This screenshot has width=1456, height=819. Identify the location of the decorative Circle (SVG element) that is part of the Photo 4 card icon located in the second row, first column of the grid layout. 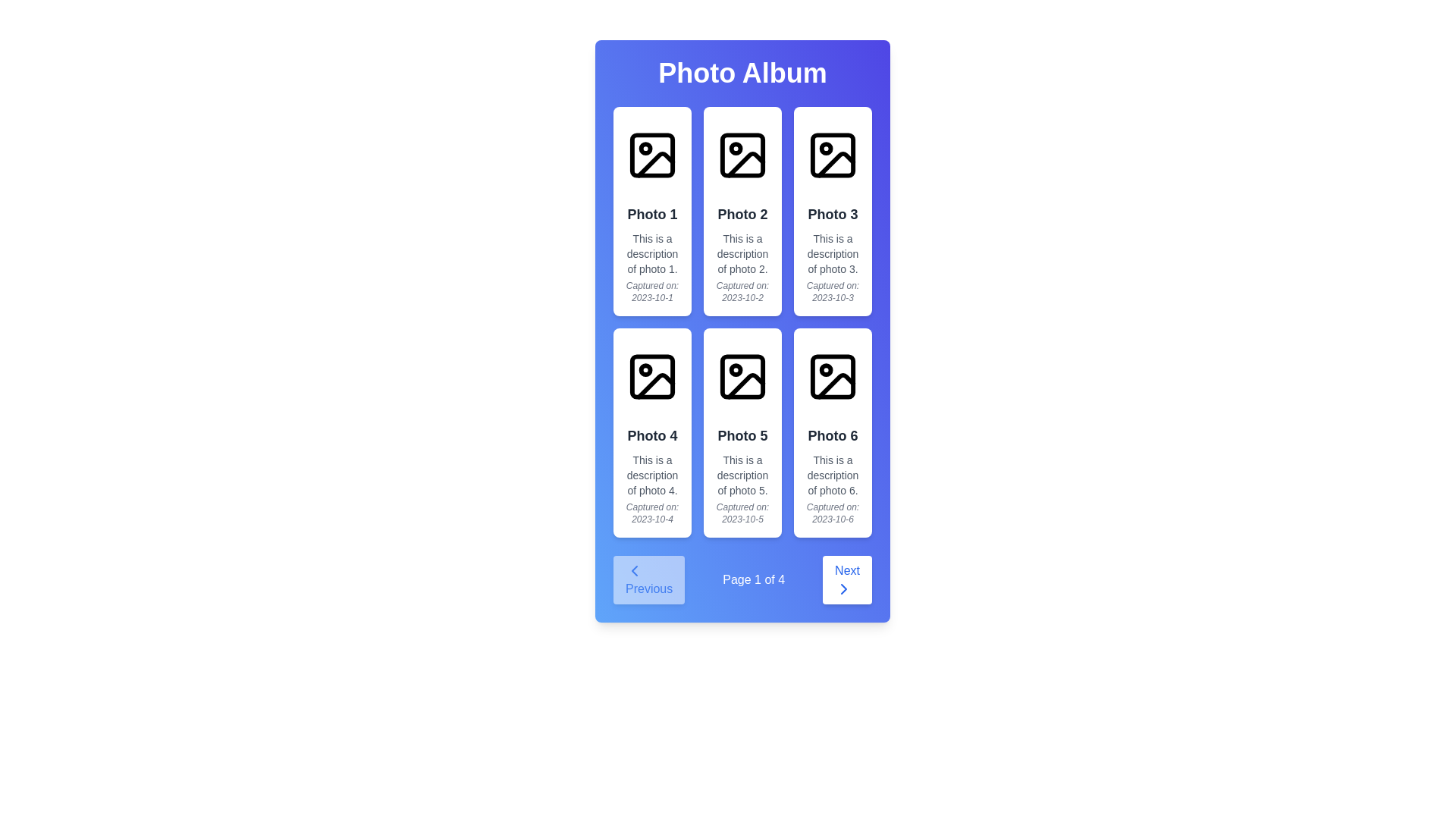
(645, 370).